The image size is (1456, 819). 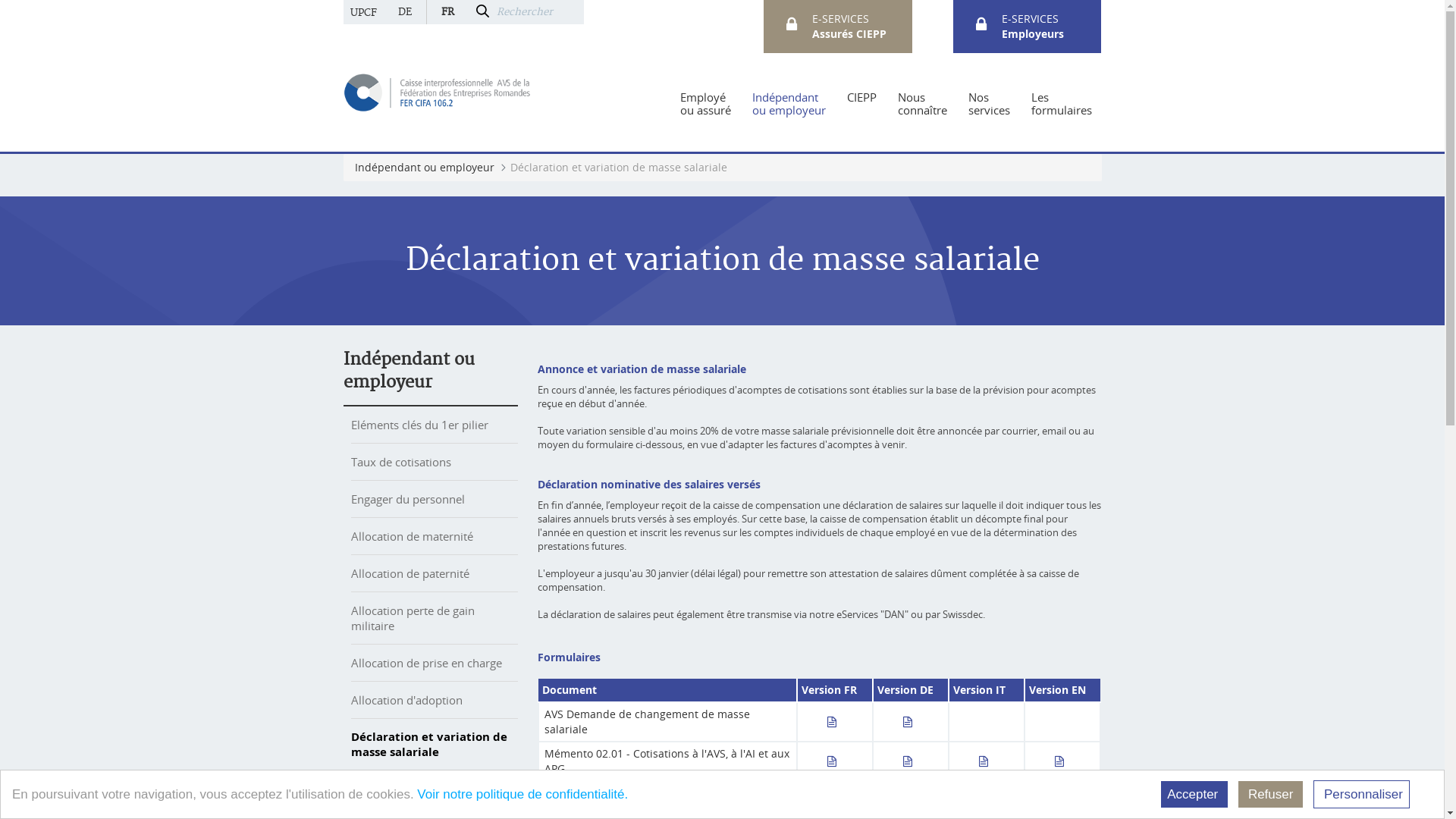 What do you see at coordinates (362, 11) in the screenshot?
I see `'UPCF'` at bounding box center [362, 11].